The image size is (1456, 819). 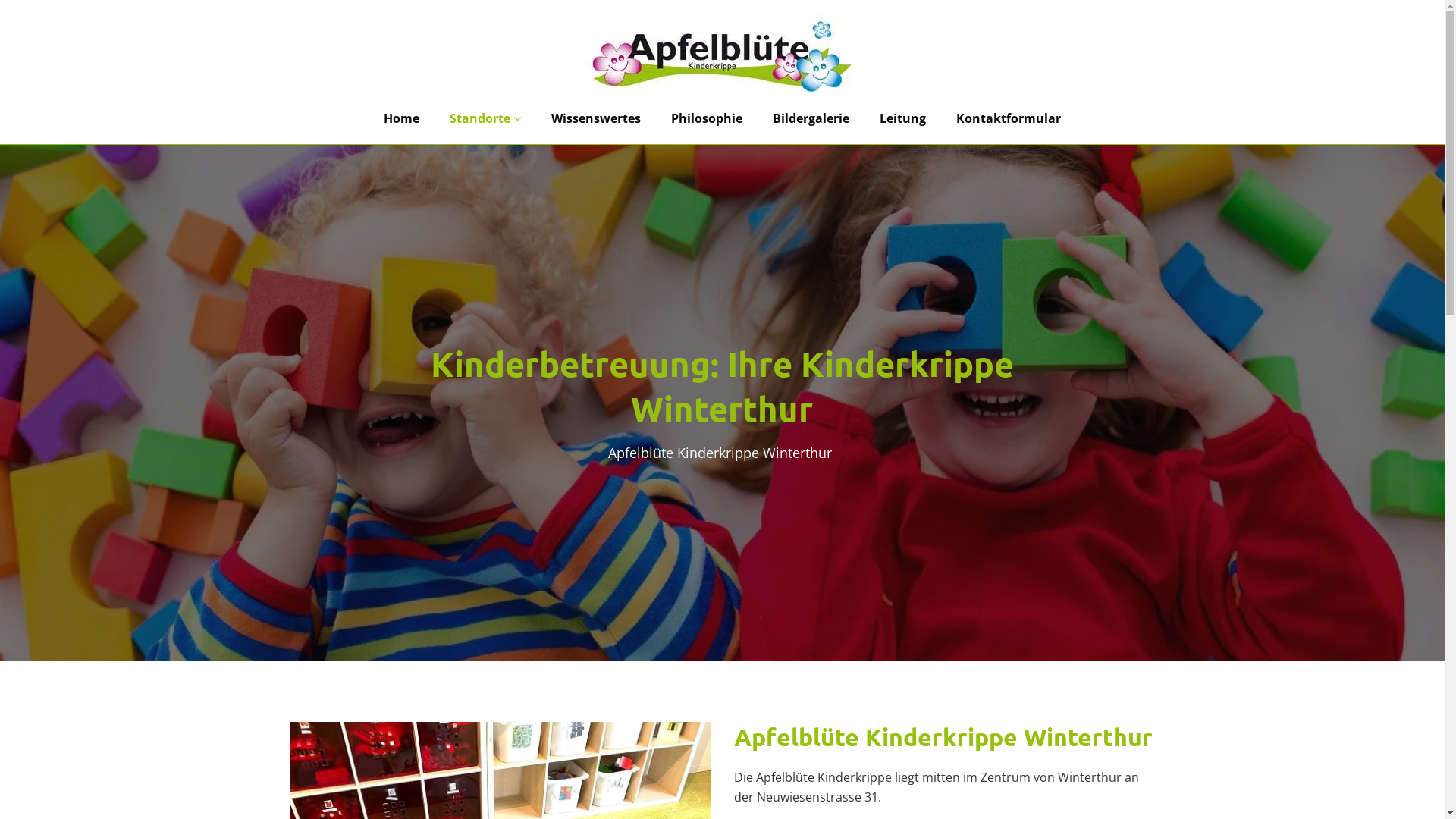 What do you see at coordinates (810, 117) in the screenshot?
I see `'Bildergalerie'` at bounding box center [810, 117].